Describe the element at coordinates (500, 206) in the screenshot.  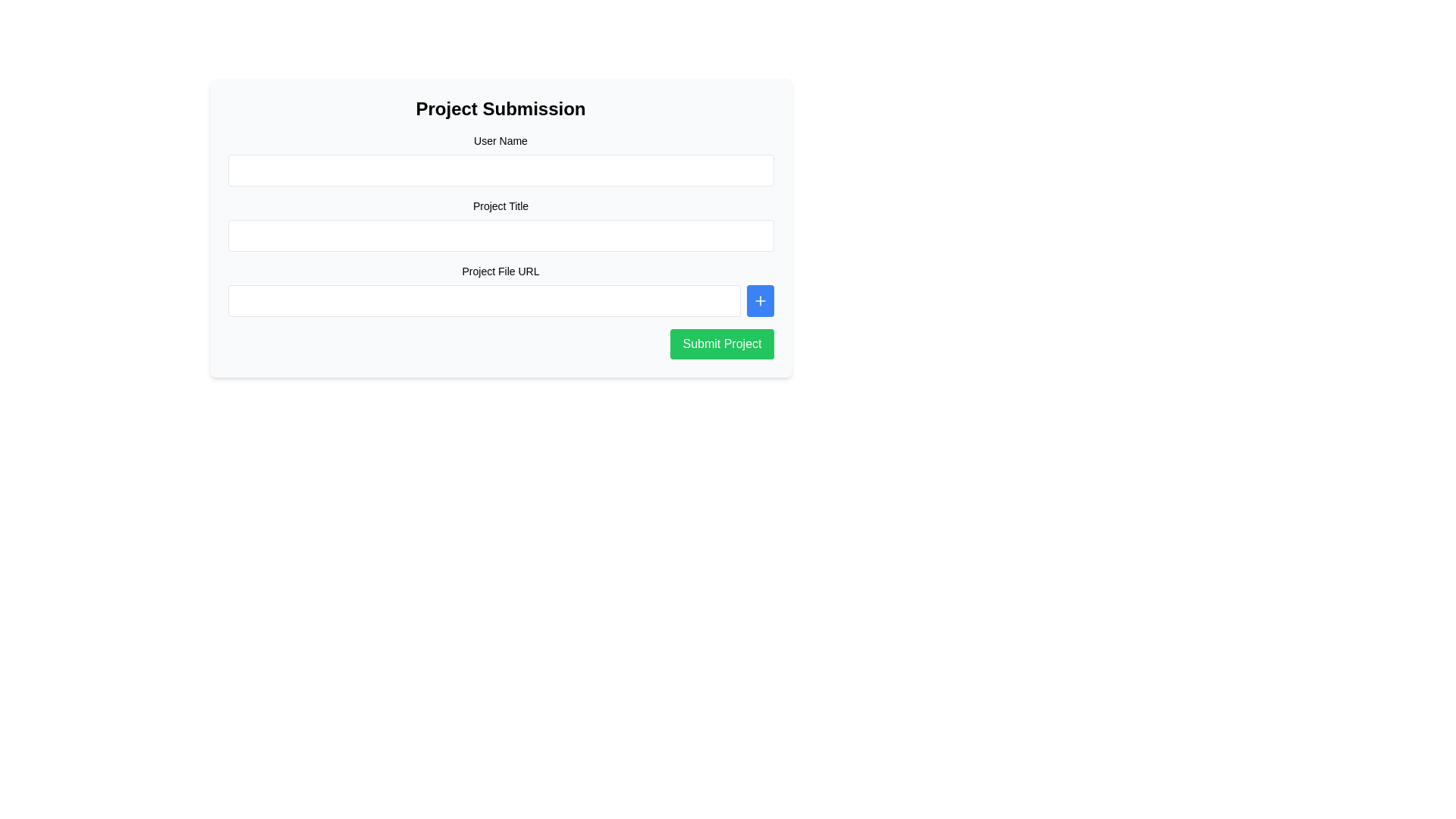
I see `the 'Project Title' text label, which is styled with a small bold font and positioned above the project title input field in the 'Project Submission' form` at that location.